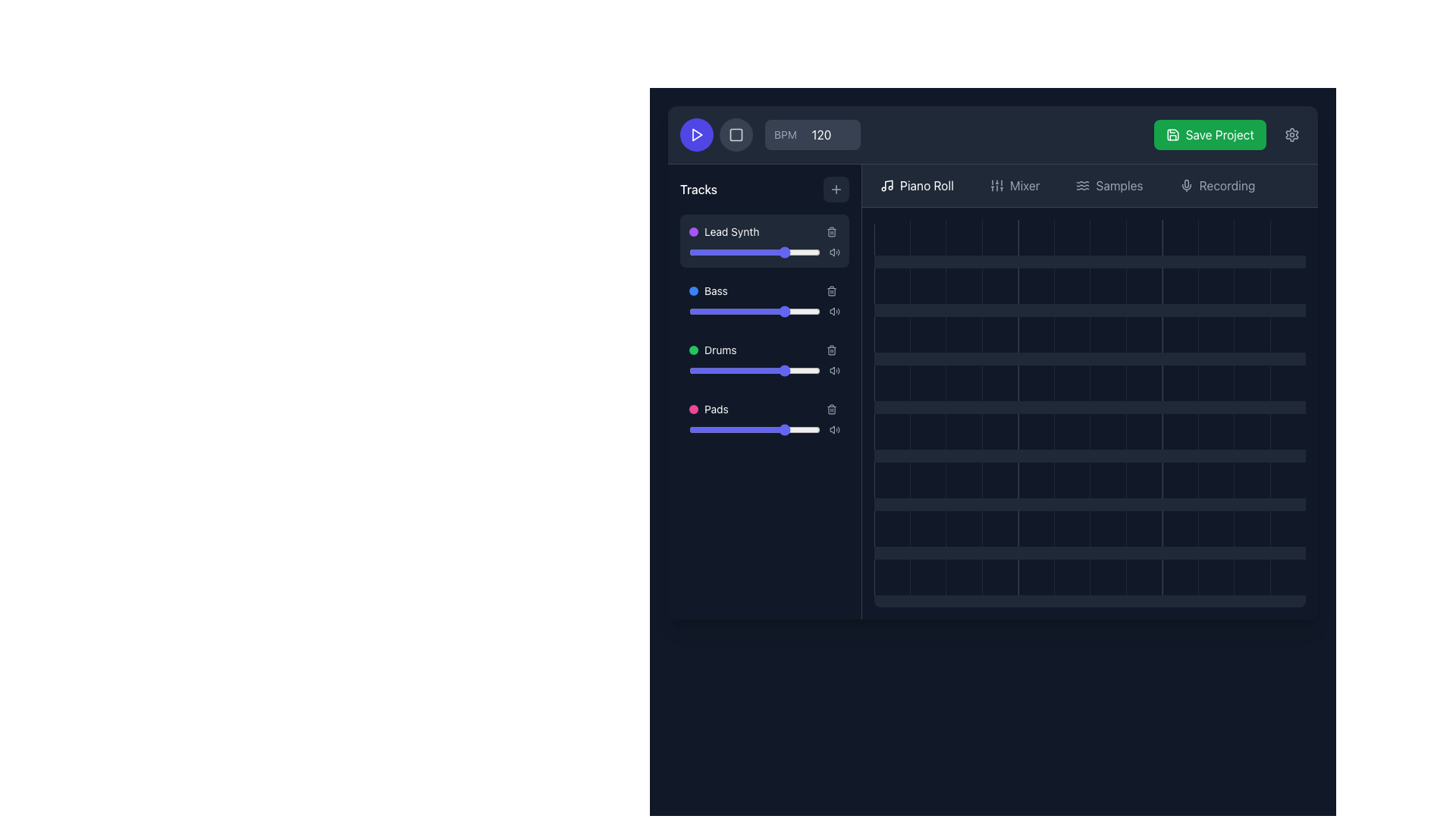  Describe the element at coordinates (696, 133) in the screenshot. I see `the triangular play icon in the upper-left corner of the interface to initiate playback` at that location.